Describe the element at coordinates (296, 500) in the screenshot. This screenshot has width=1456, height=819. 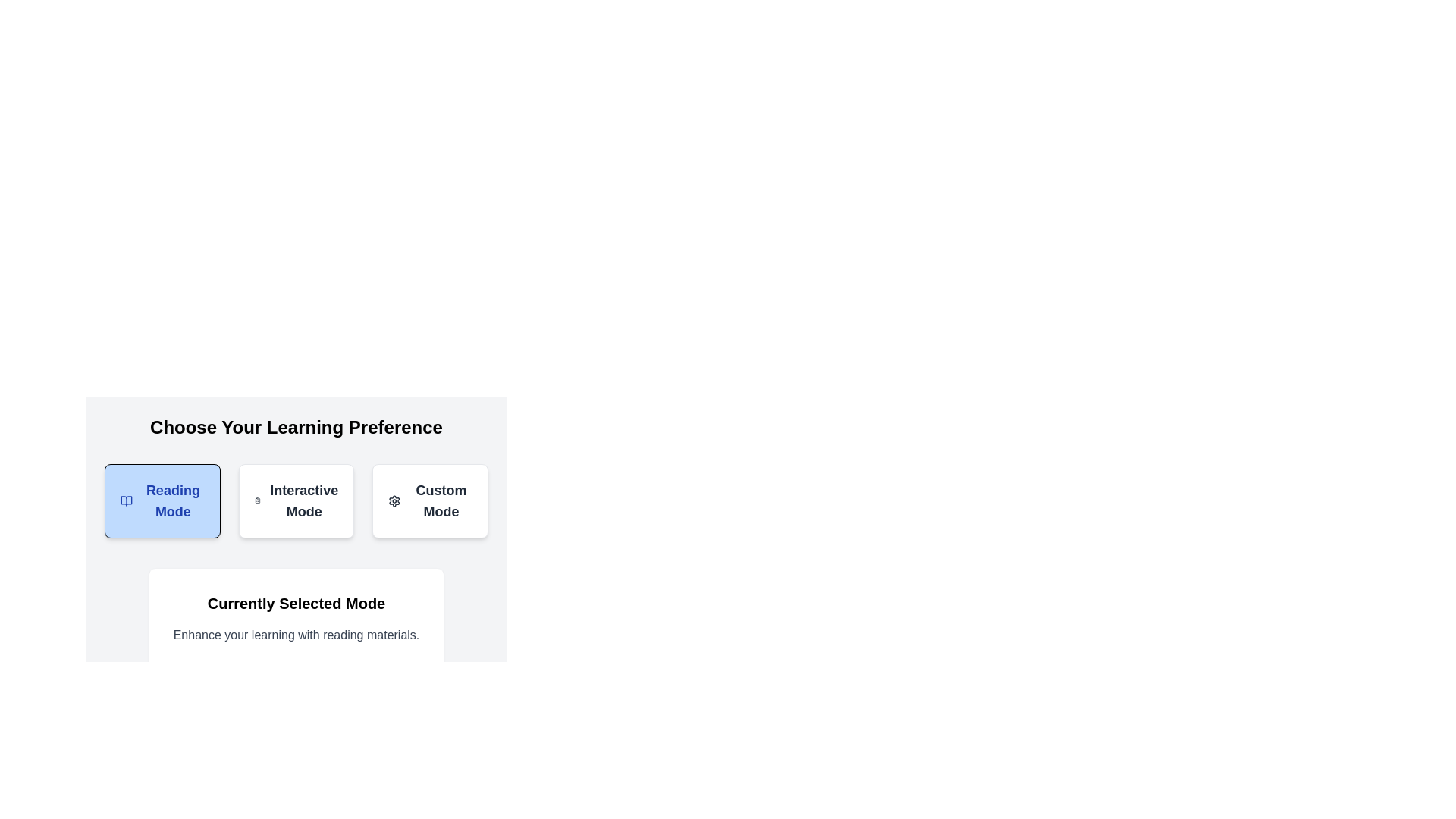
I see `the learning mode Interactive Mode` at that location.